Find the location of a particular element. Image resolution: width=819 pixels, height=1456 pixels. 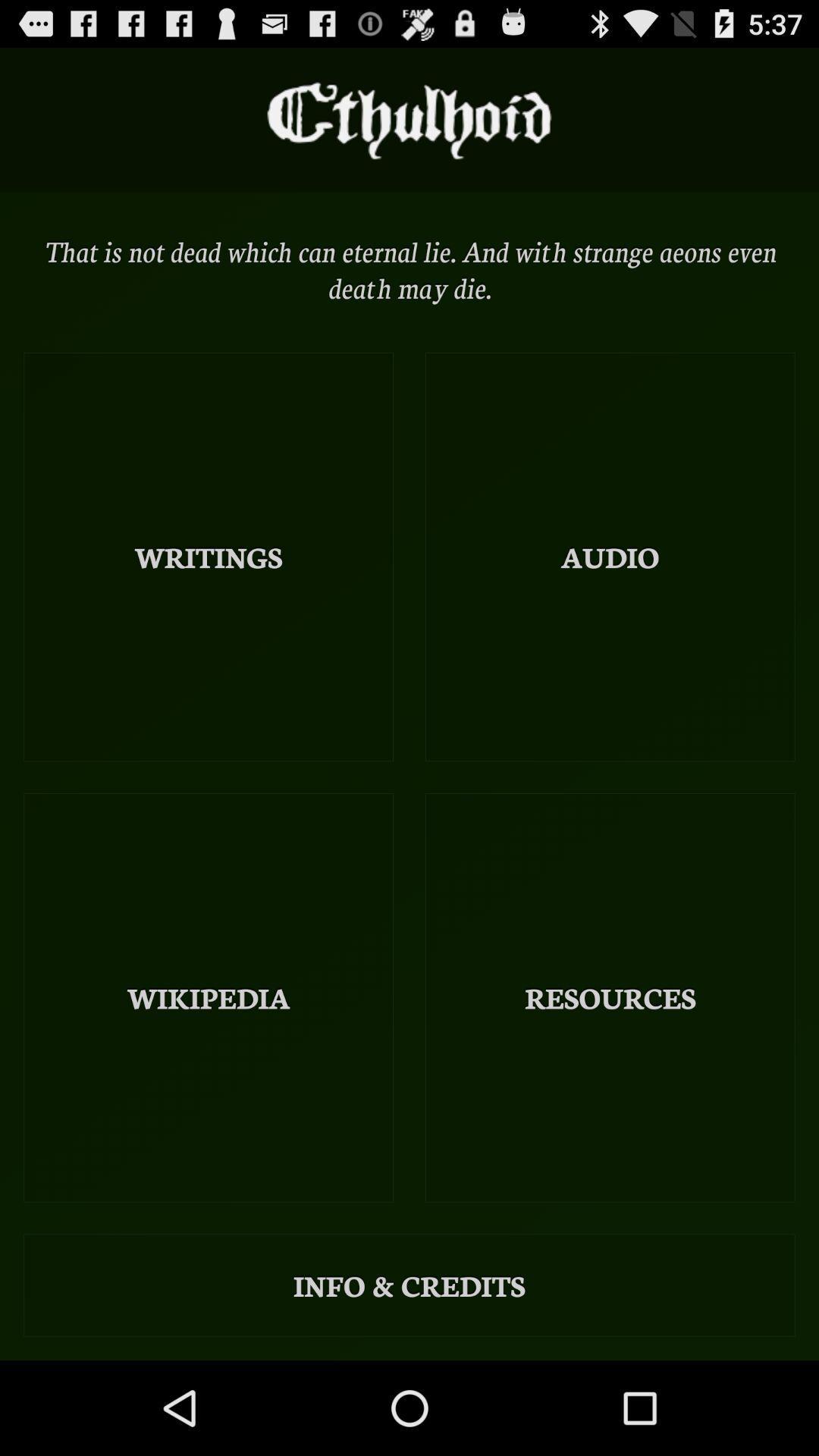

the icon above the resources is located at coordinates (609, 556).